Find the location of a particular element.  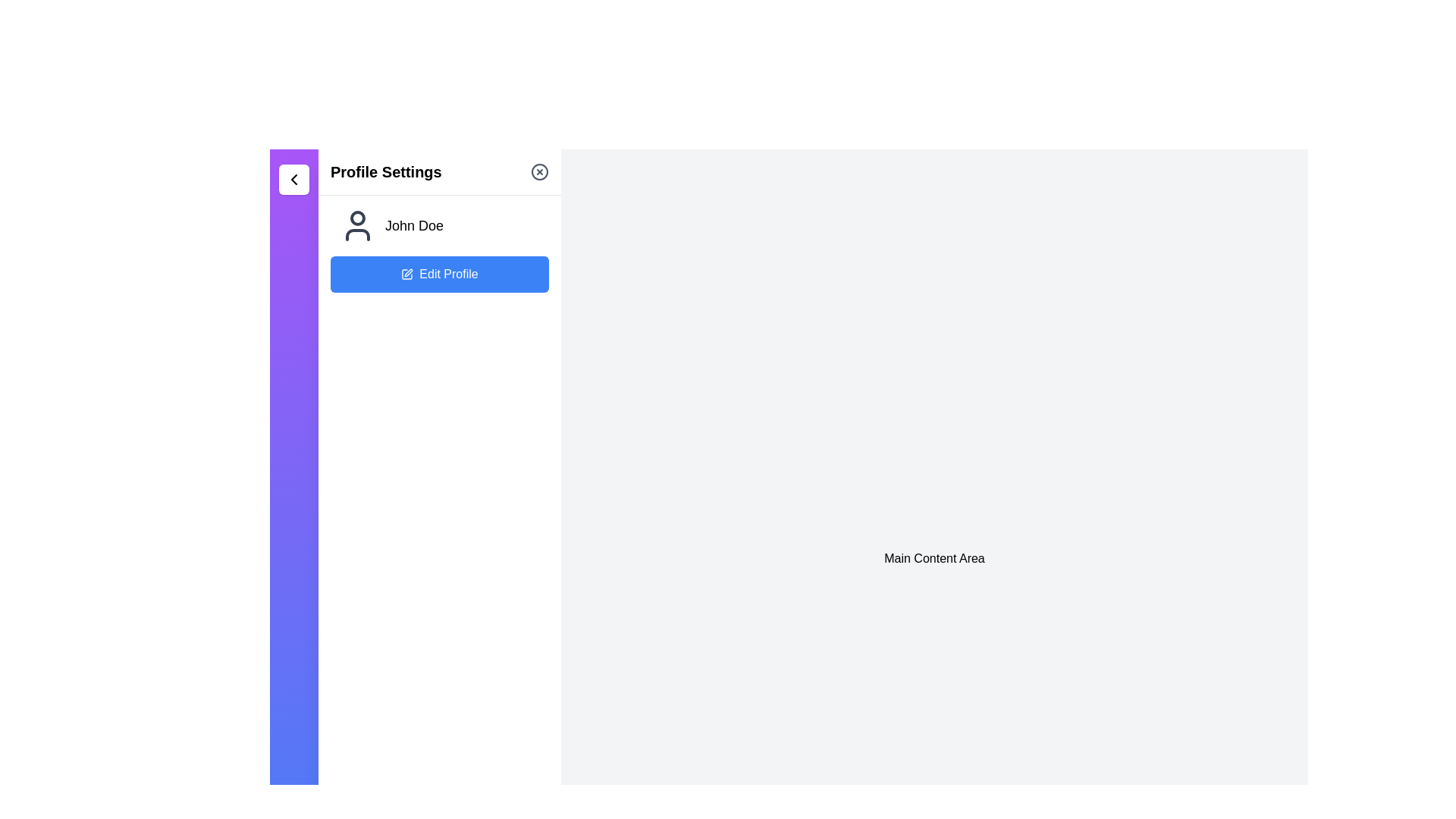

the small circular icon button featuring an 'X' shape in the center is located at coordinates (539, 171).